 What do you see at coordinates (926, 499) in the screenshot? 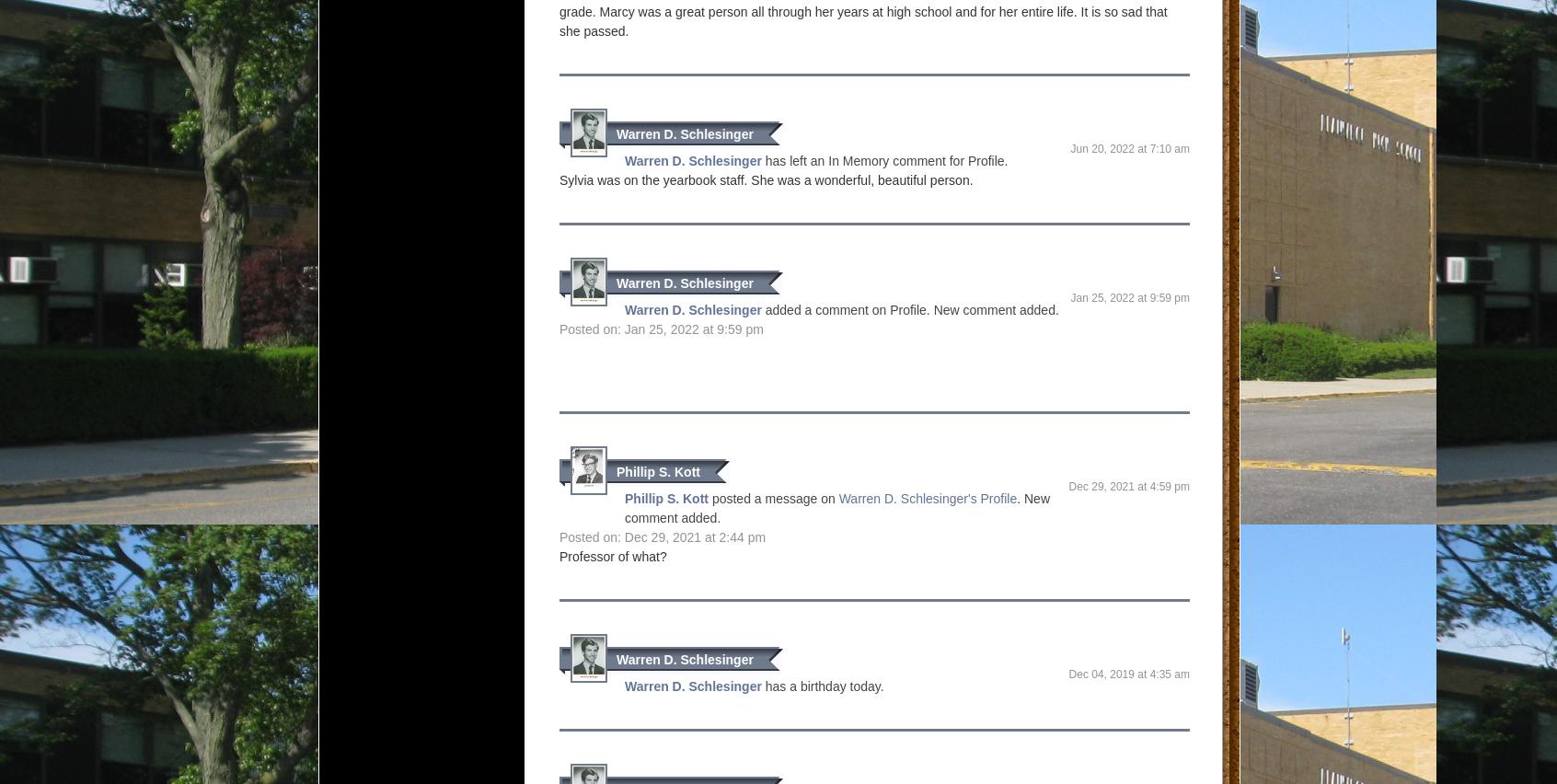
I see `'Warren D. Schlesinger's Profile'` at bounding box center [926, 499].